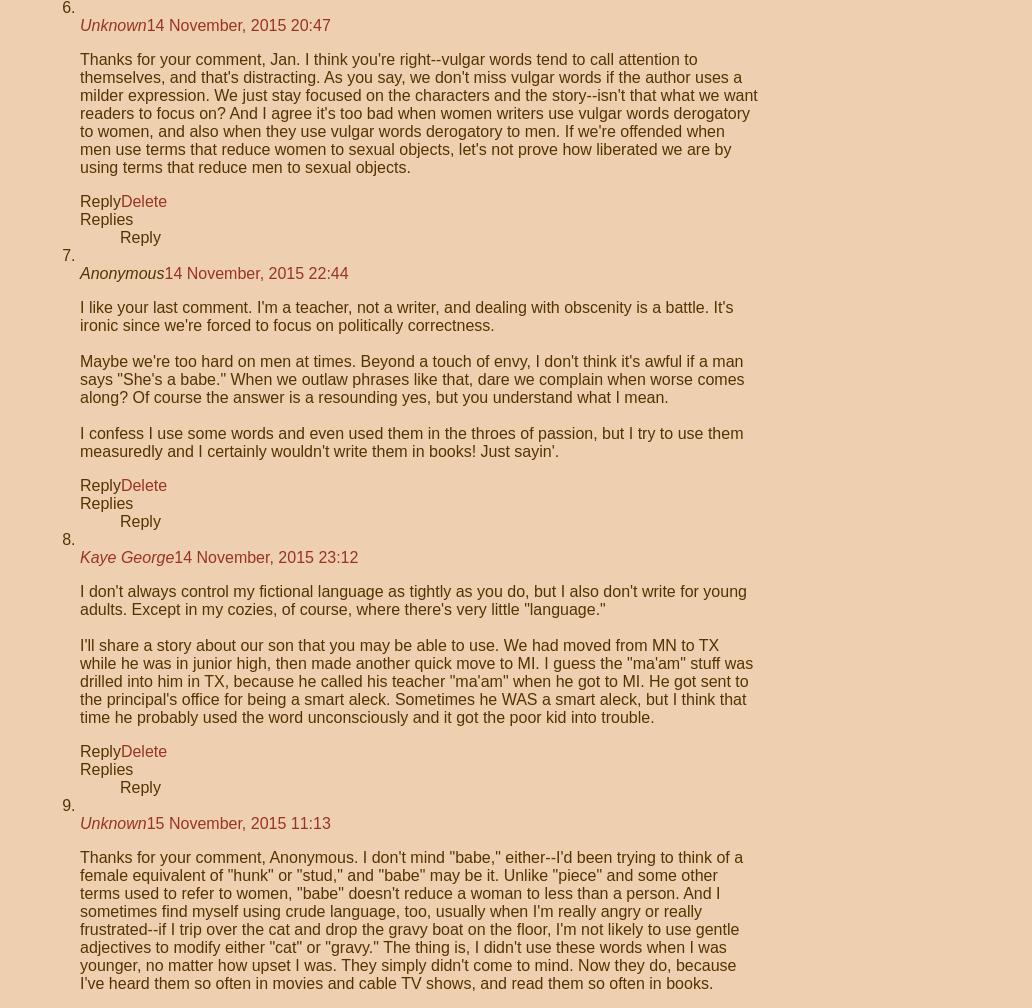 This screenshot has width=1032, height=1008. Describe the element at coordinates (121, 273) in the screenshot. I see `'Anonymous'` at that location.